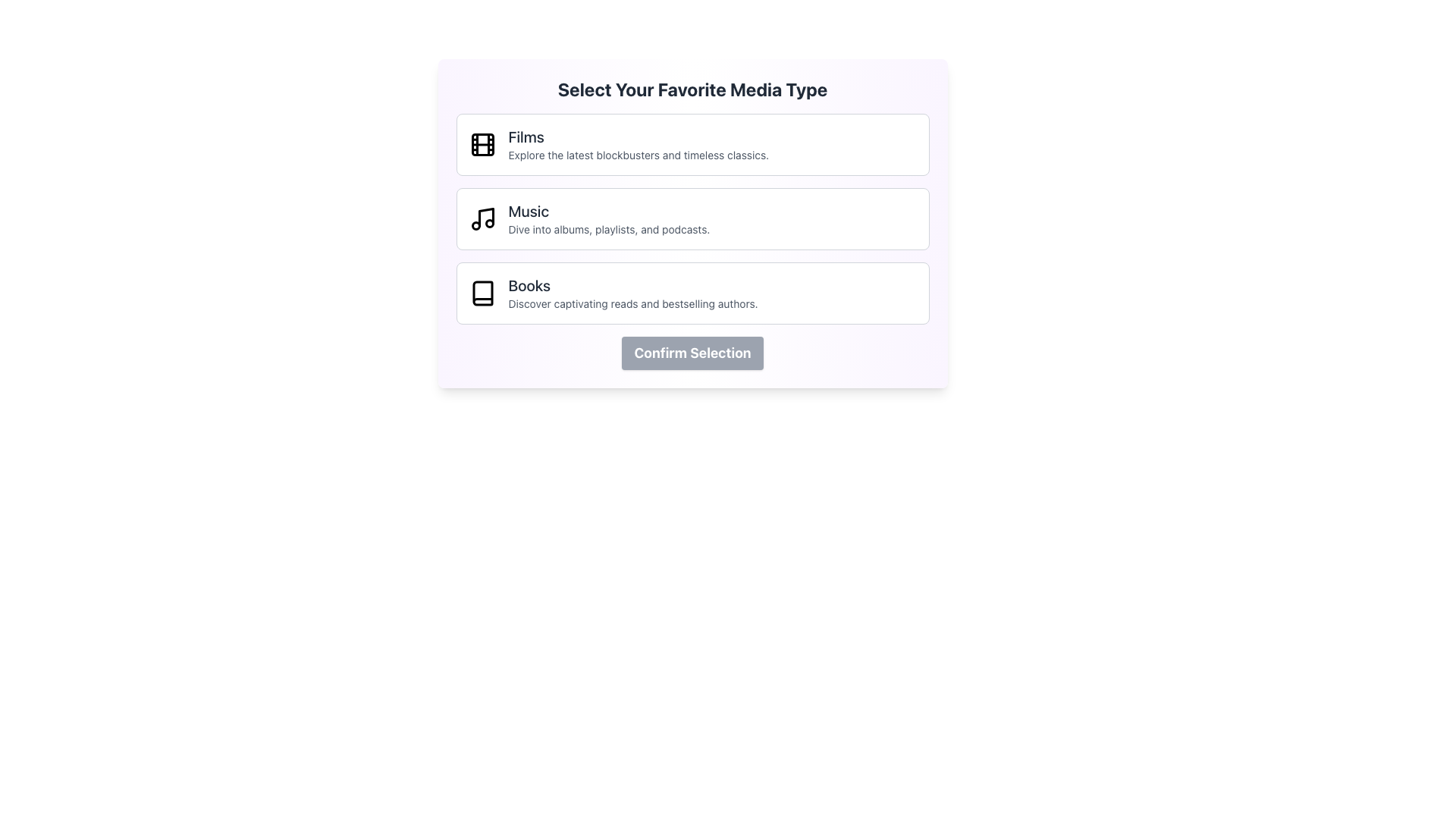 Image resolution: width=1456 pixels, height=819 pixels. Describe the element at coordinates (482, 293) in the screenshot. I see `the outlined book icon located to the left of the 'Books' text in the selection panel` at that location.